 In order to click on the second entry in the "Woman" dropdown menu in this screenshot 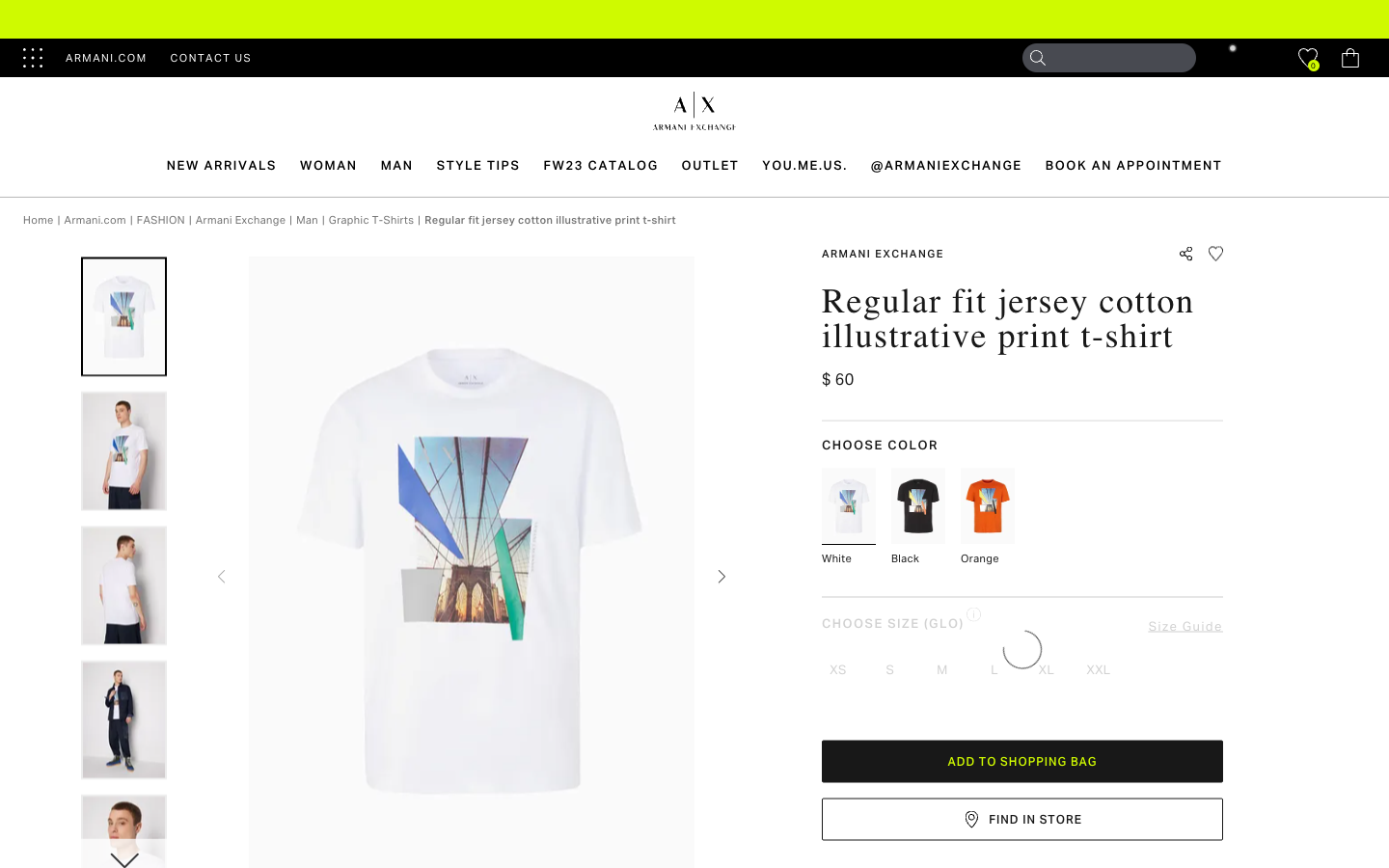, I will do `click(473649, 148862)`.